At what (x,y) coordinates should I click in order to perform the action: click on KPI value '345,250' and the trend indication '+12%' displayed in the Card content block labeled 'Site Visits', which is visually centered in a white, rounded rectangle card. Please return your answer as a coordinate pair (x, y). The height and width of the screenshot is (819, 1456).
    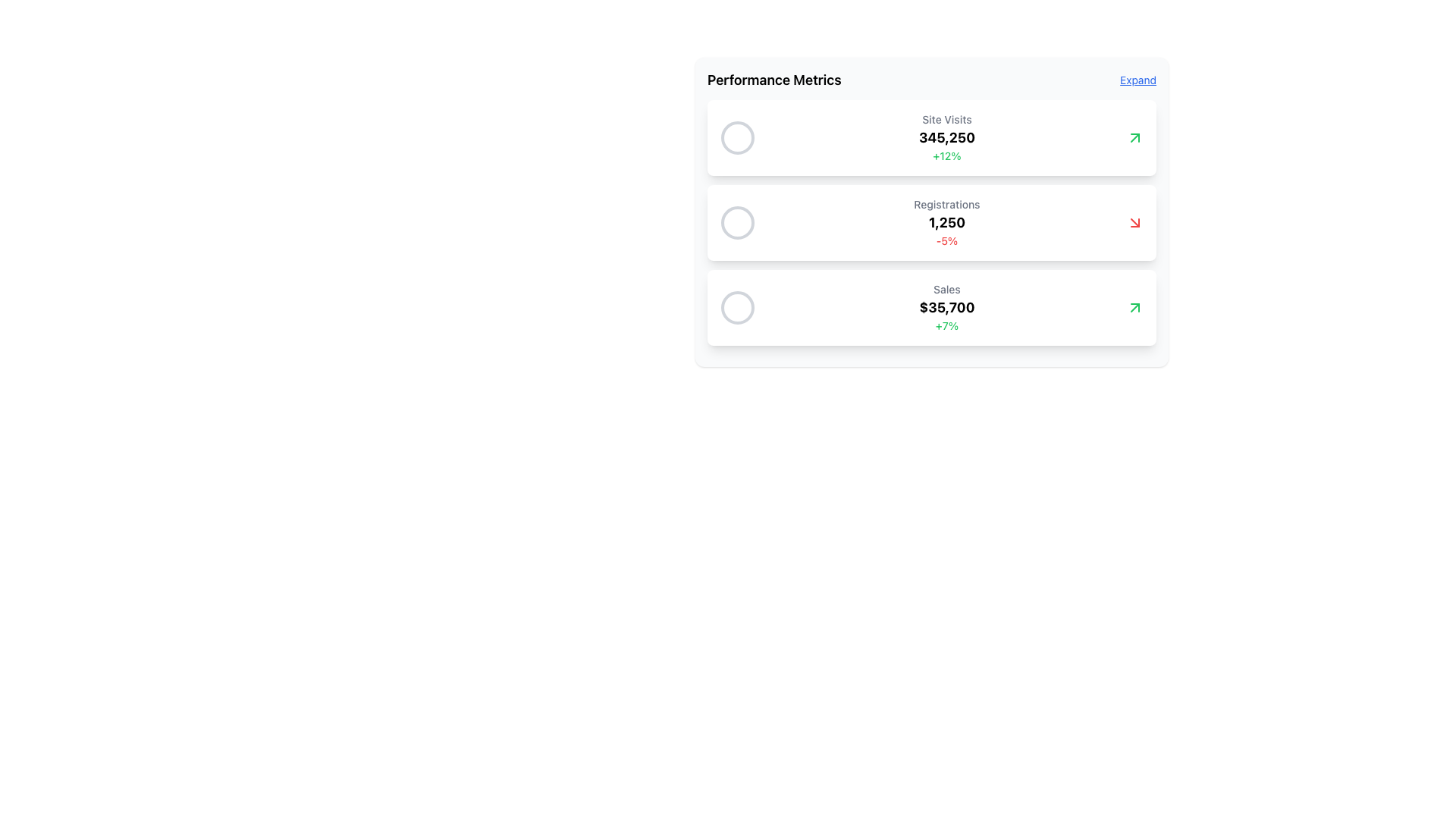
    Looking at the image, I should click on (946, 137).